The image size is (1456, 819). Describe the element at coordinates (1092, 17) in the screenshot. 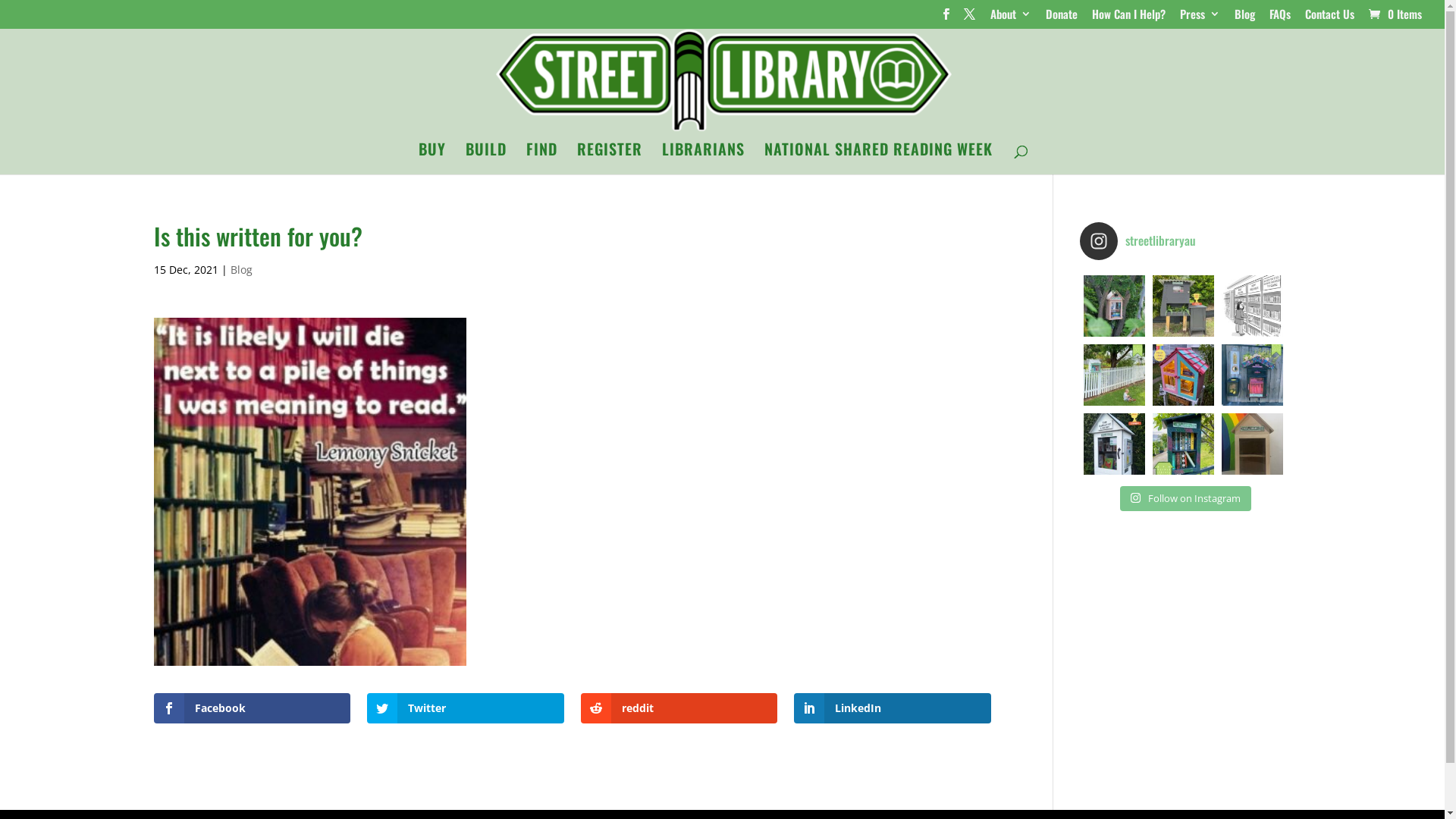

I see `'How Can I Help?'` at that location.